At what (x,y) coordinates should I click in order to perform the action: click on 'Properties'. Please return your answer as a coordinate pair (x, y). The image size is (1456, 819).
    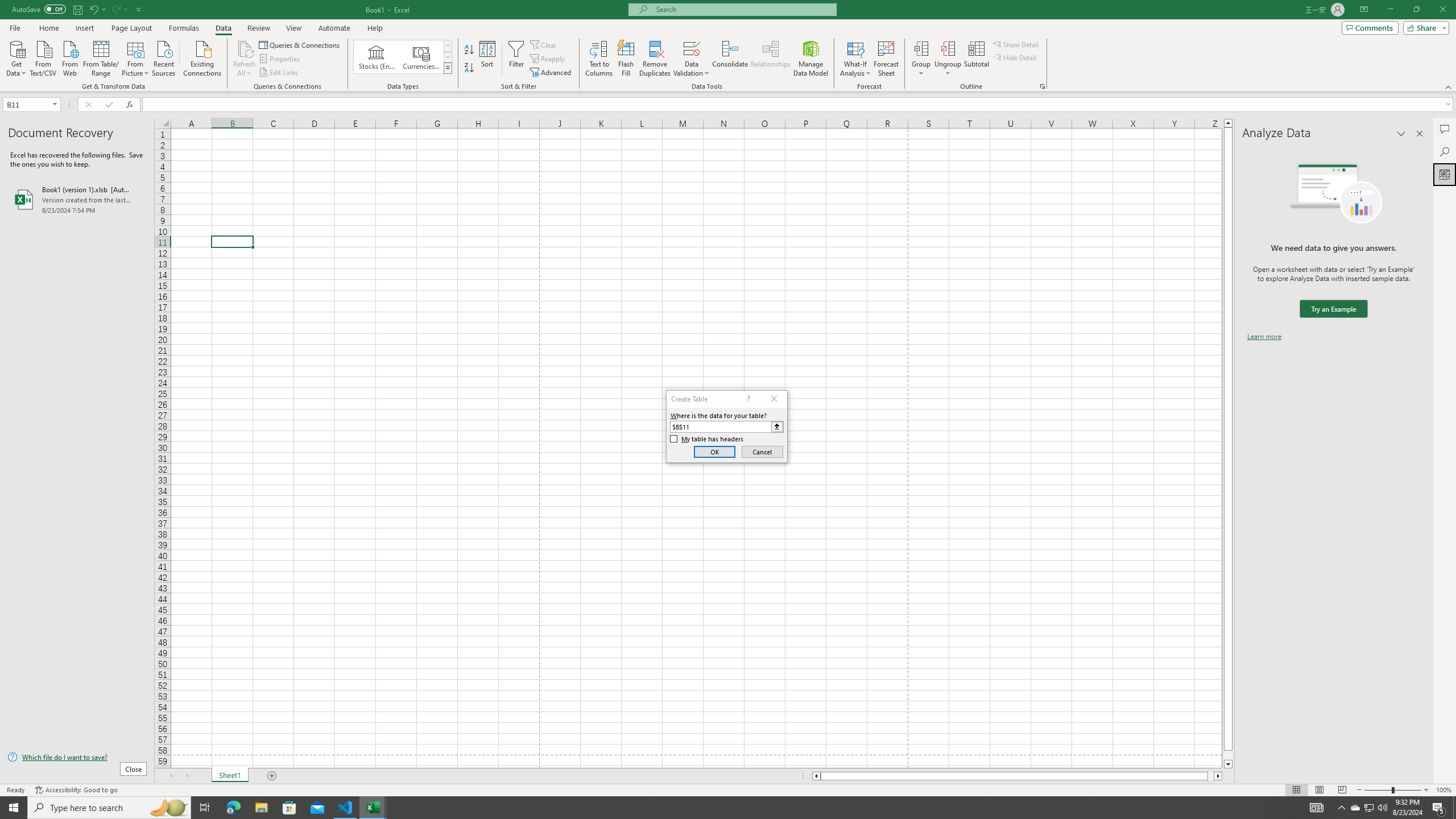
    Looking at the image, I should click on (280, 59).